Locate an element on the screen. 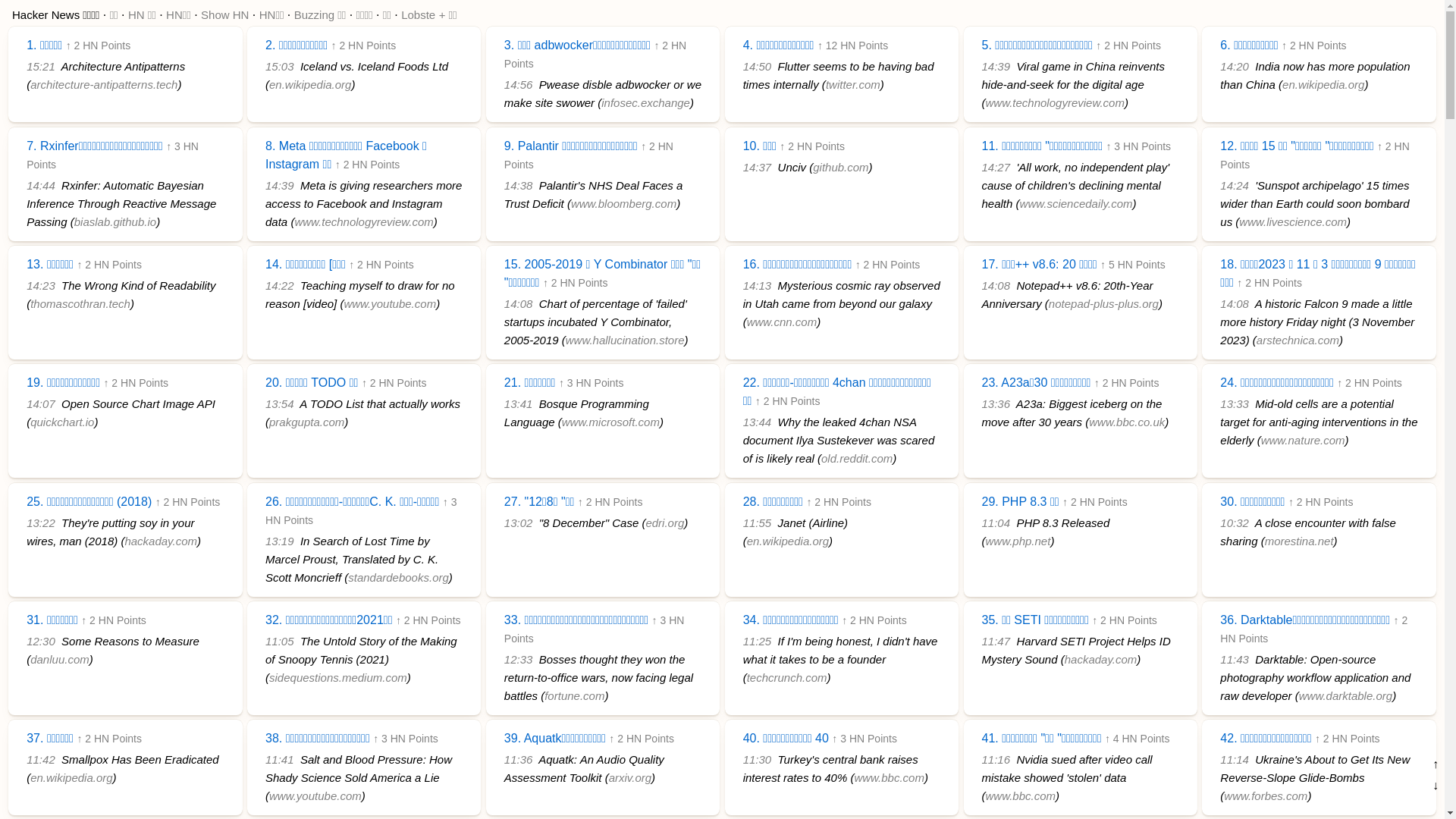 The width and height of the screenshot is (1456, 819). '14:44' is located at coordinates (40, 184).